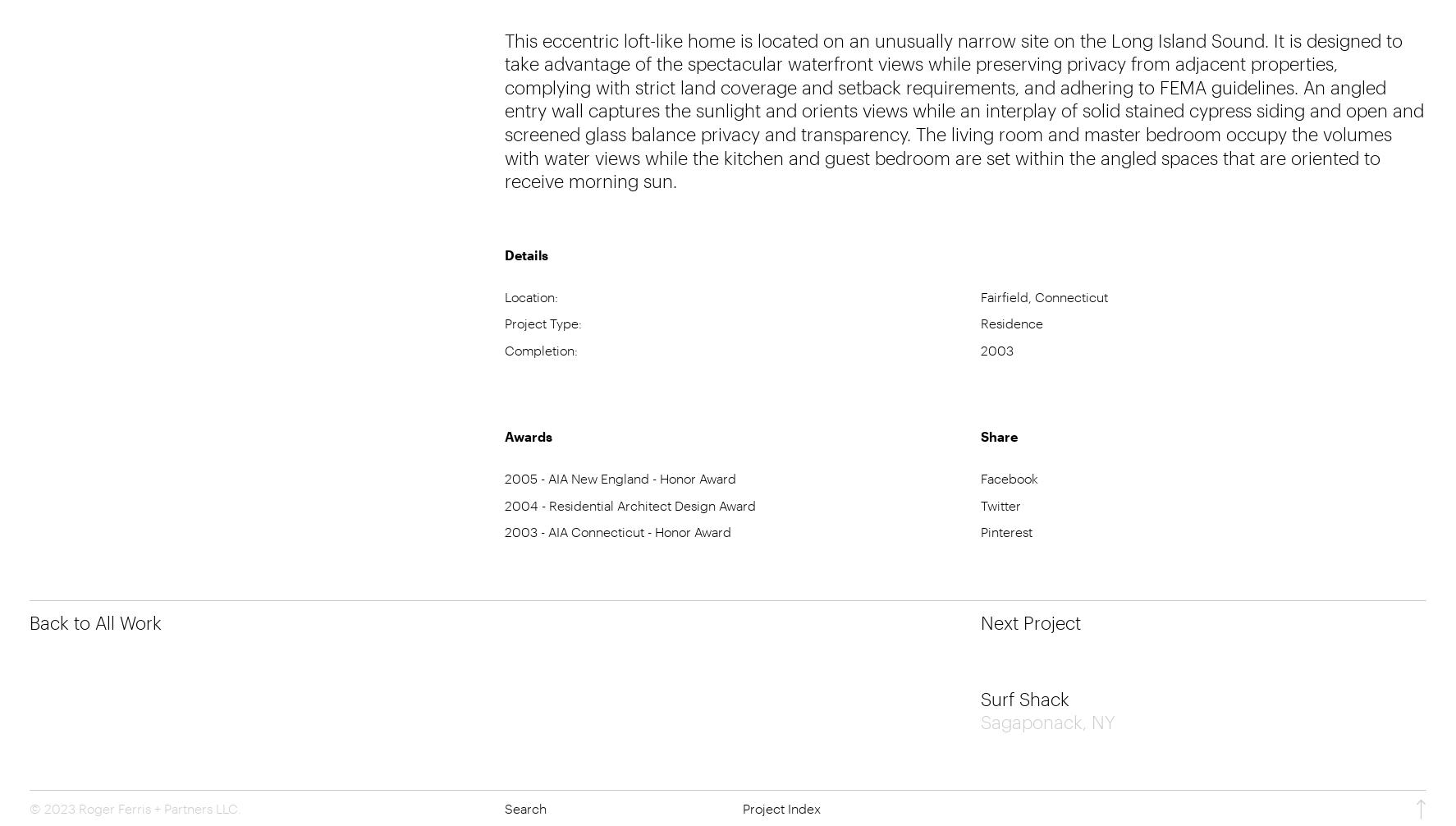  Describe the element at coordinates (504, 806) in the screenshot. I see `'Search'` at that location.